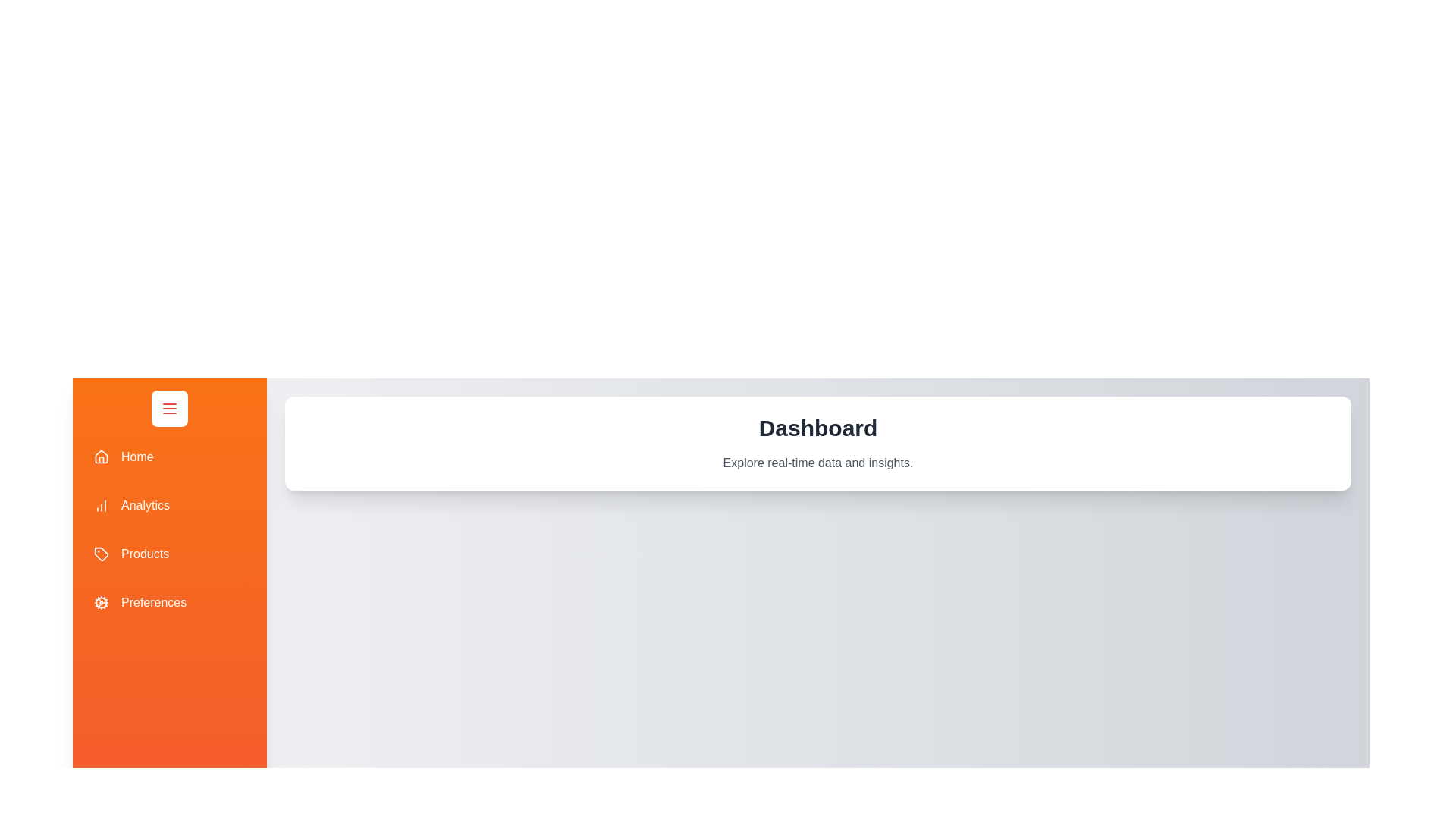 Image resolution: width=1456 pixels, height=819 pixels. What do you see at coordinates (170, 554) in the screenshot?
I see `the Products tab in the drawer` at bounding box center [170, 554].